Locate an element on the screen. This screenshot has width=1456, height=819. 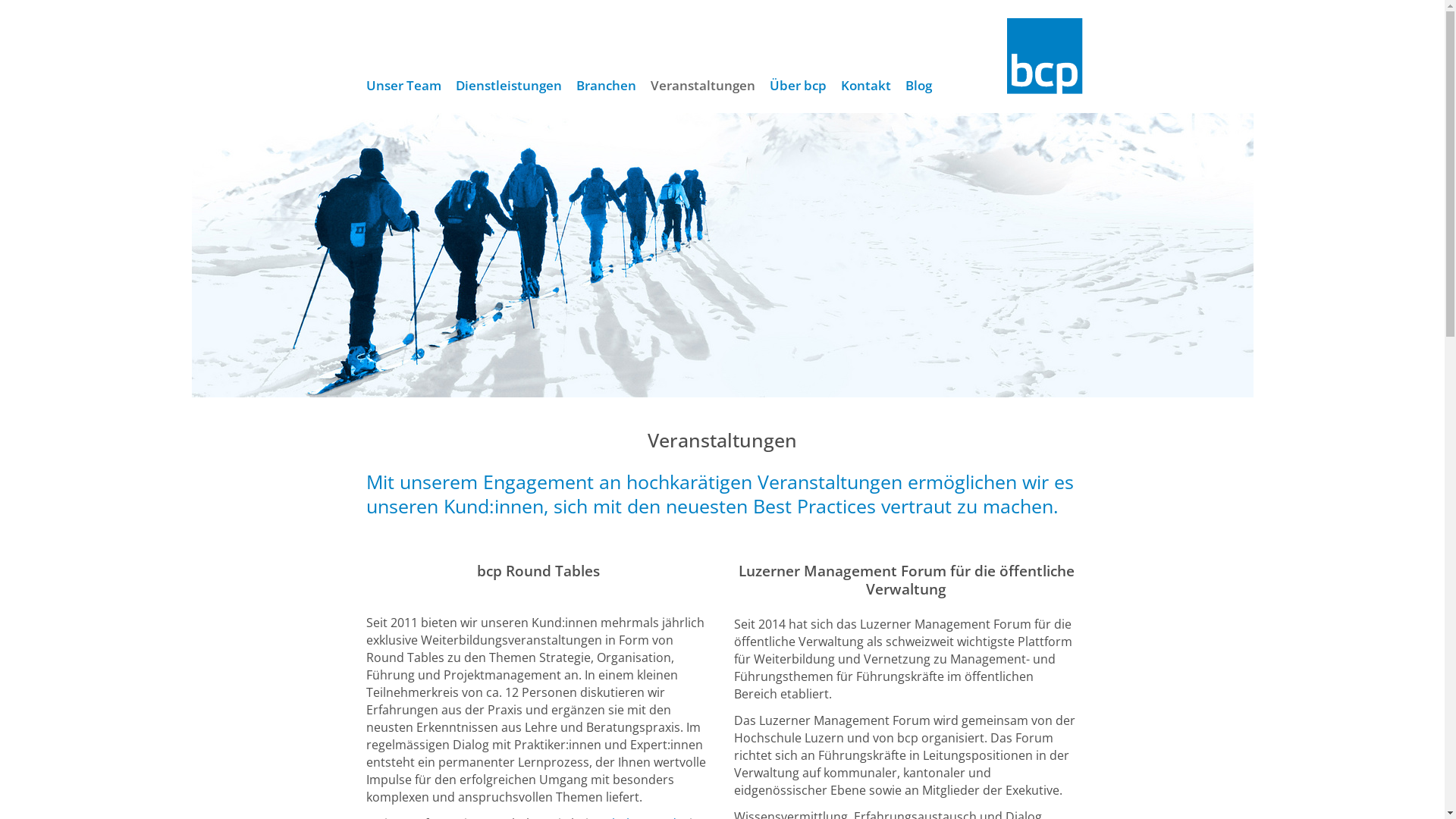
'Branchen' is located at coordinates (567, 85).